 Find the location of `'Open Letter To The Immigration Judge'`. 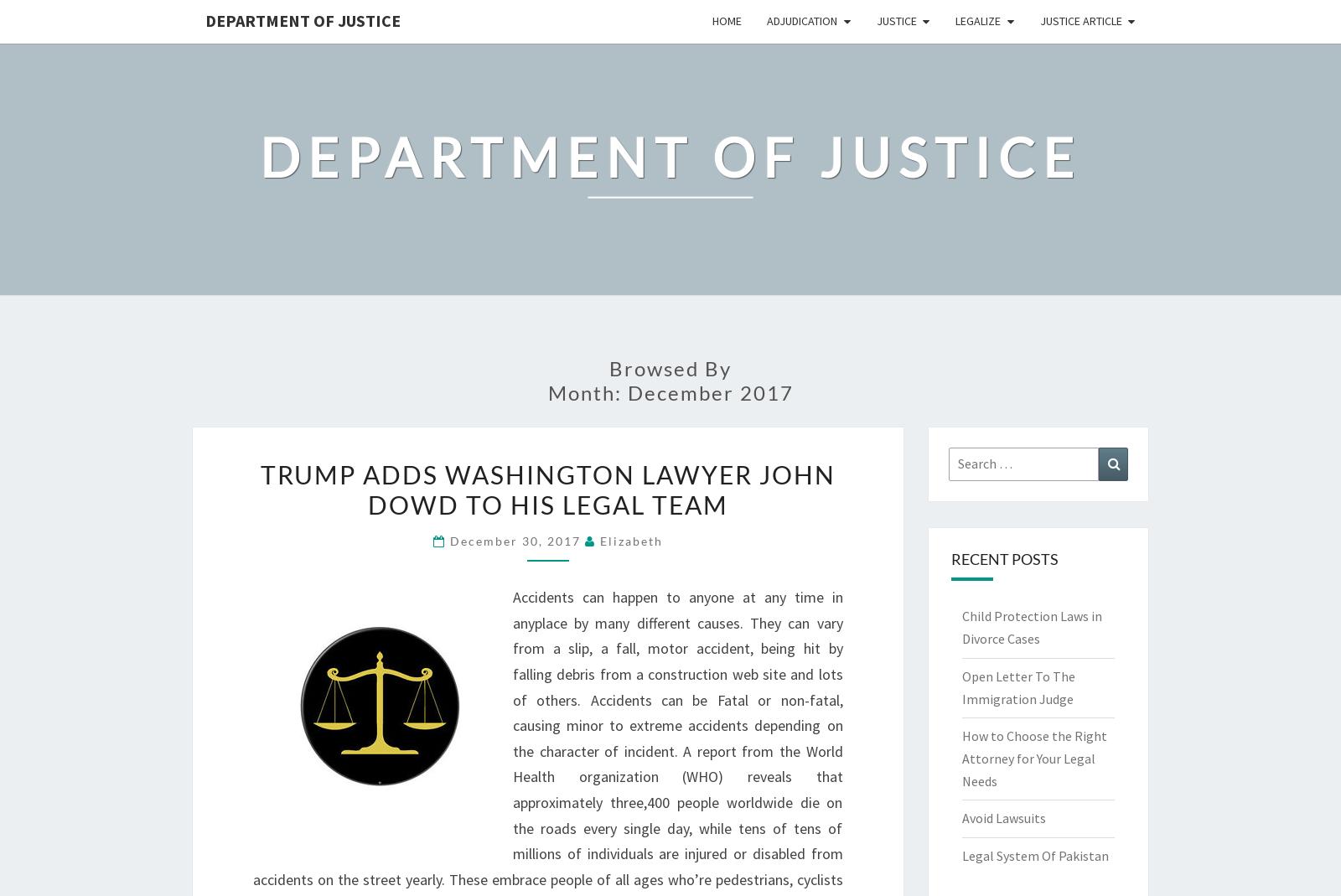

'Open Letter To The Immigration Judge' is located at coordinates (1017, 686).